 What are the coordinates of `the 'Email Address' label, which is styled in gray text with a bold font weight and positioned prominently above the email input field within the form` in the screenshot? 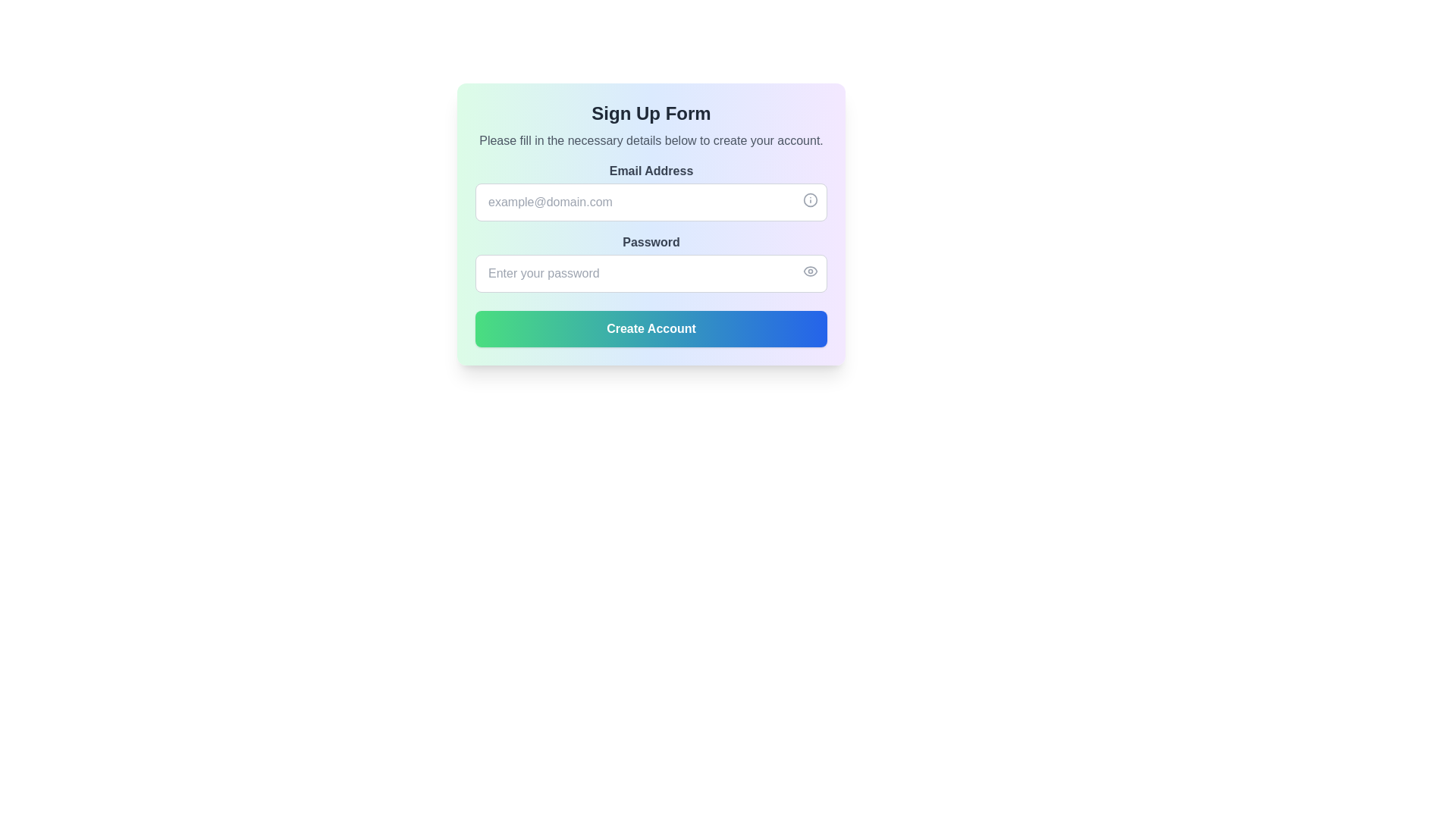 It's located at (651, 171).